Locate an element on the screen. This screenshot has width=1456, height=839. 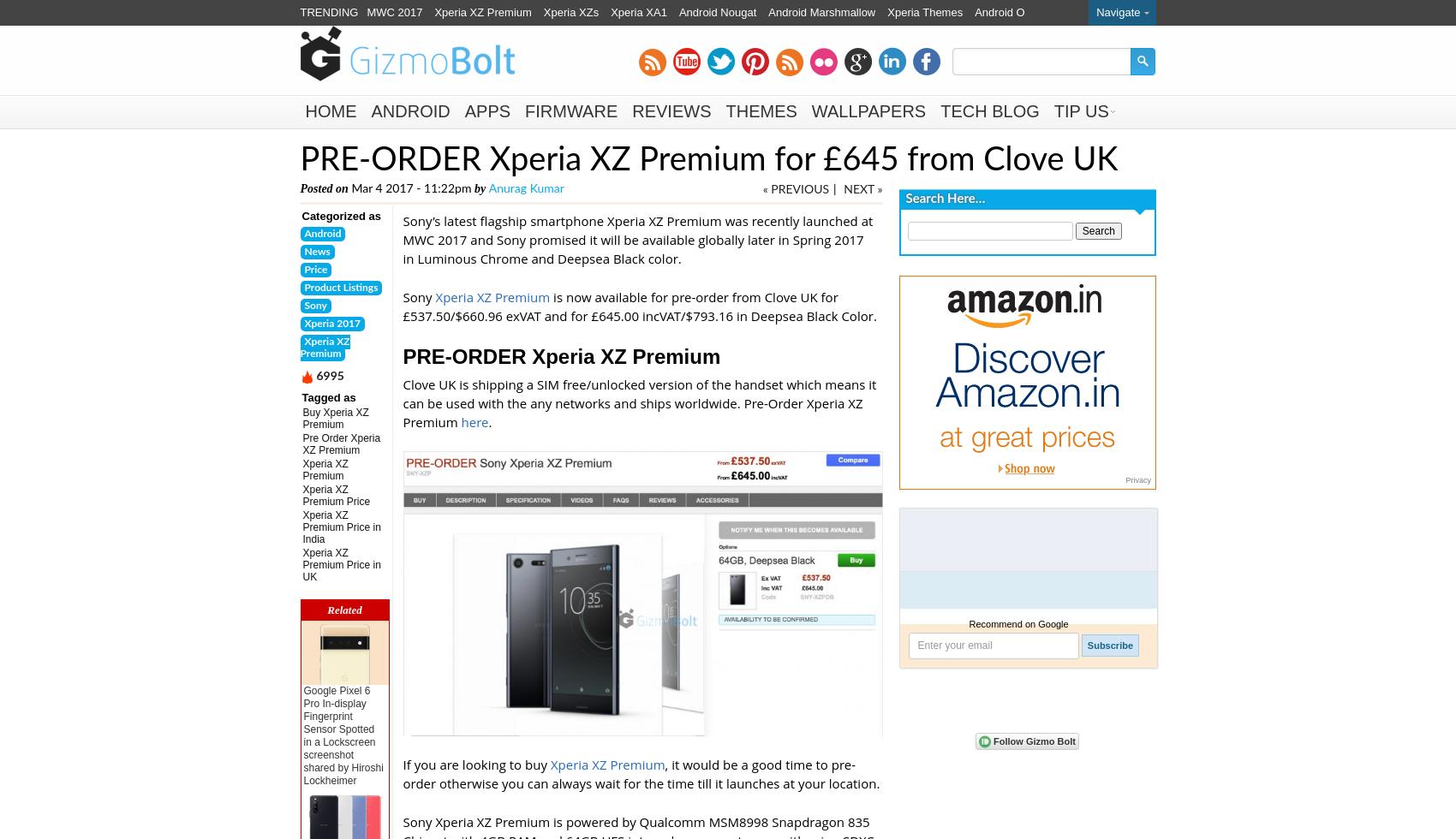
'« PREVIOUS' is located at coordinates (761, 189).